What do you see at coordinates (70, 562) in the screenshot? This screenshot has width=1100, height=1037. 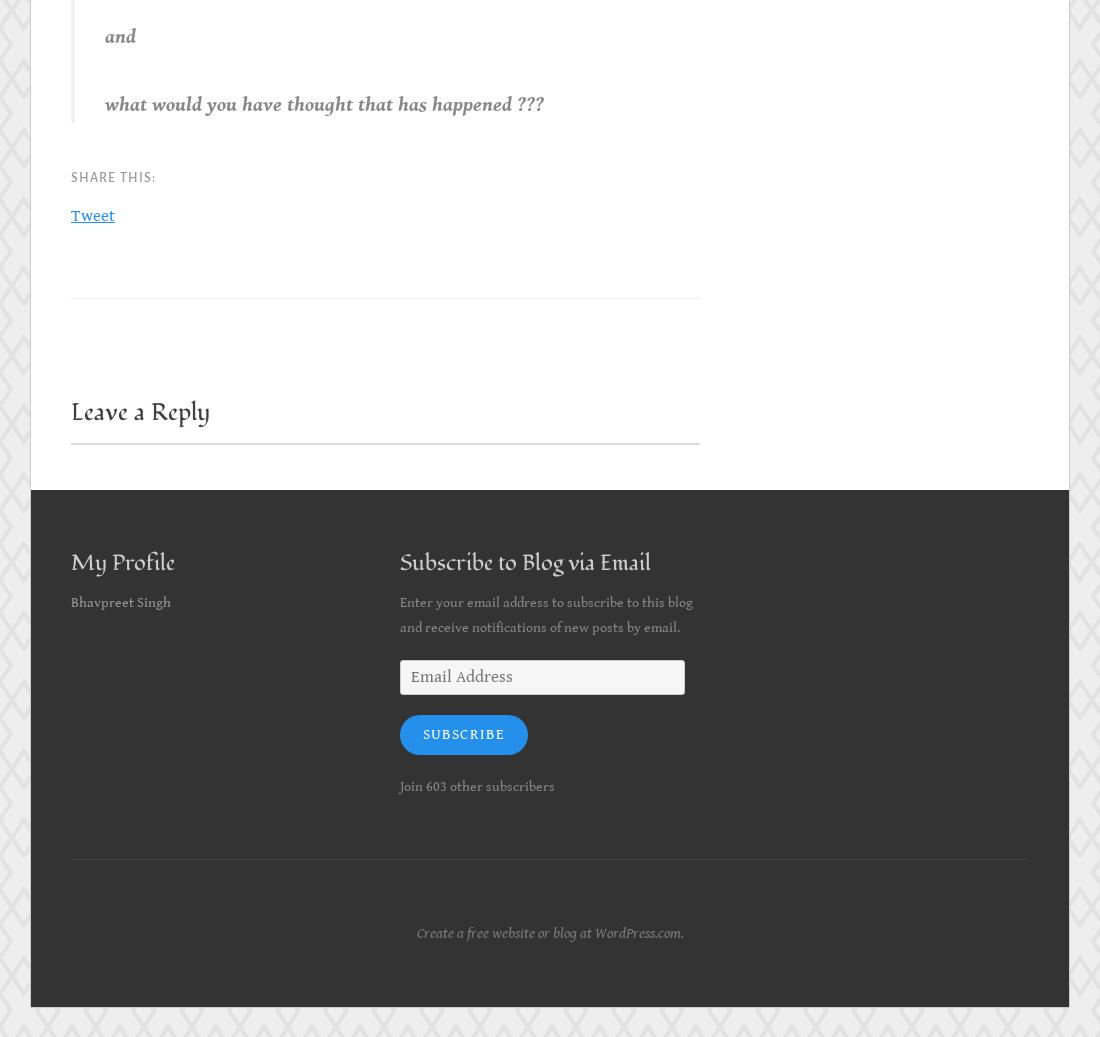 I see `'My Profile'` at bounding box center [70, 562].